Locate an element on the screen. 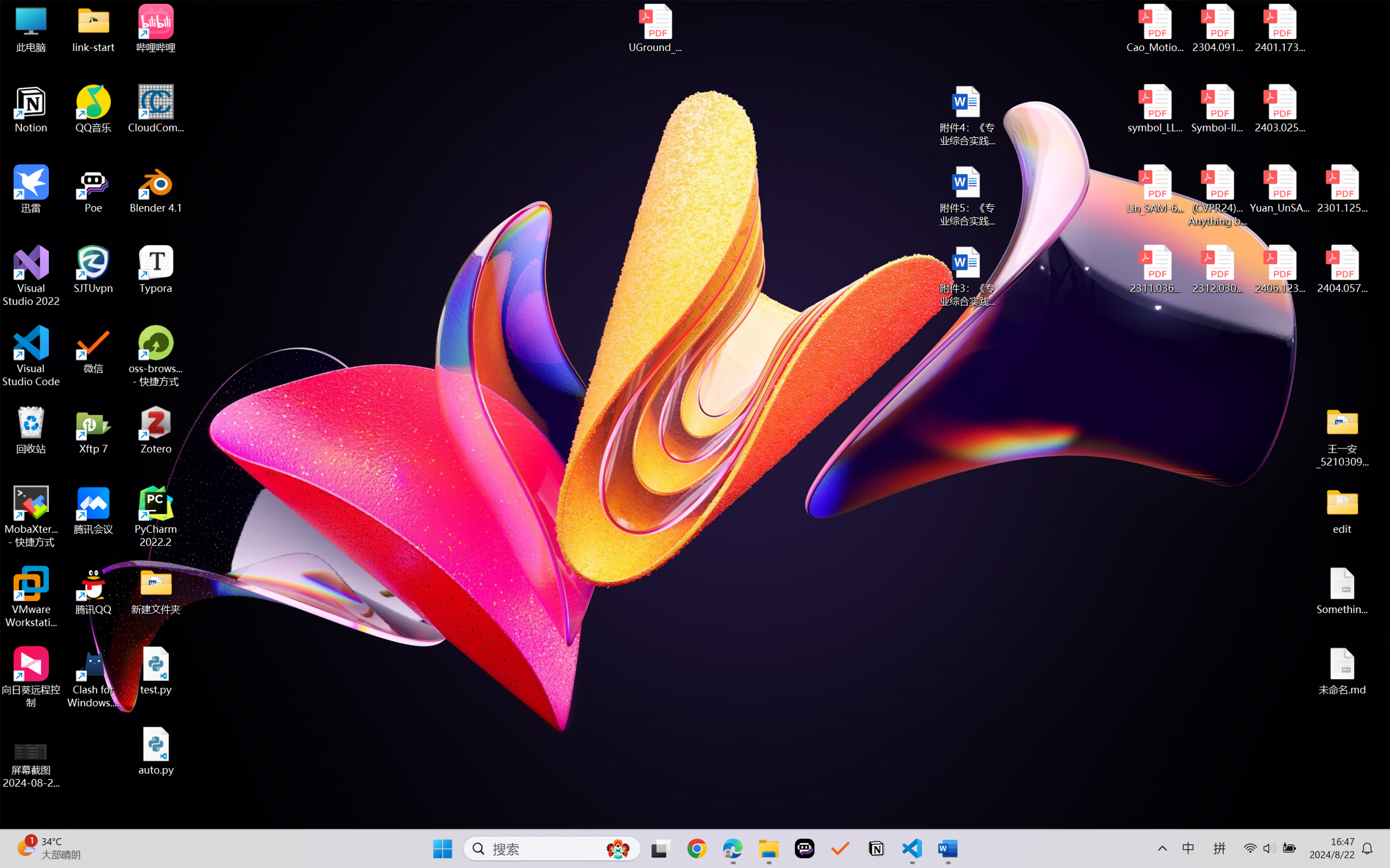 The image size is (1390, 868). 'Symbol-llm-v2.pdf' is located at coordinates (1217, 109).